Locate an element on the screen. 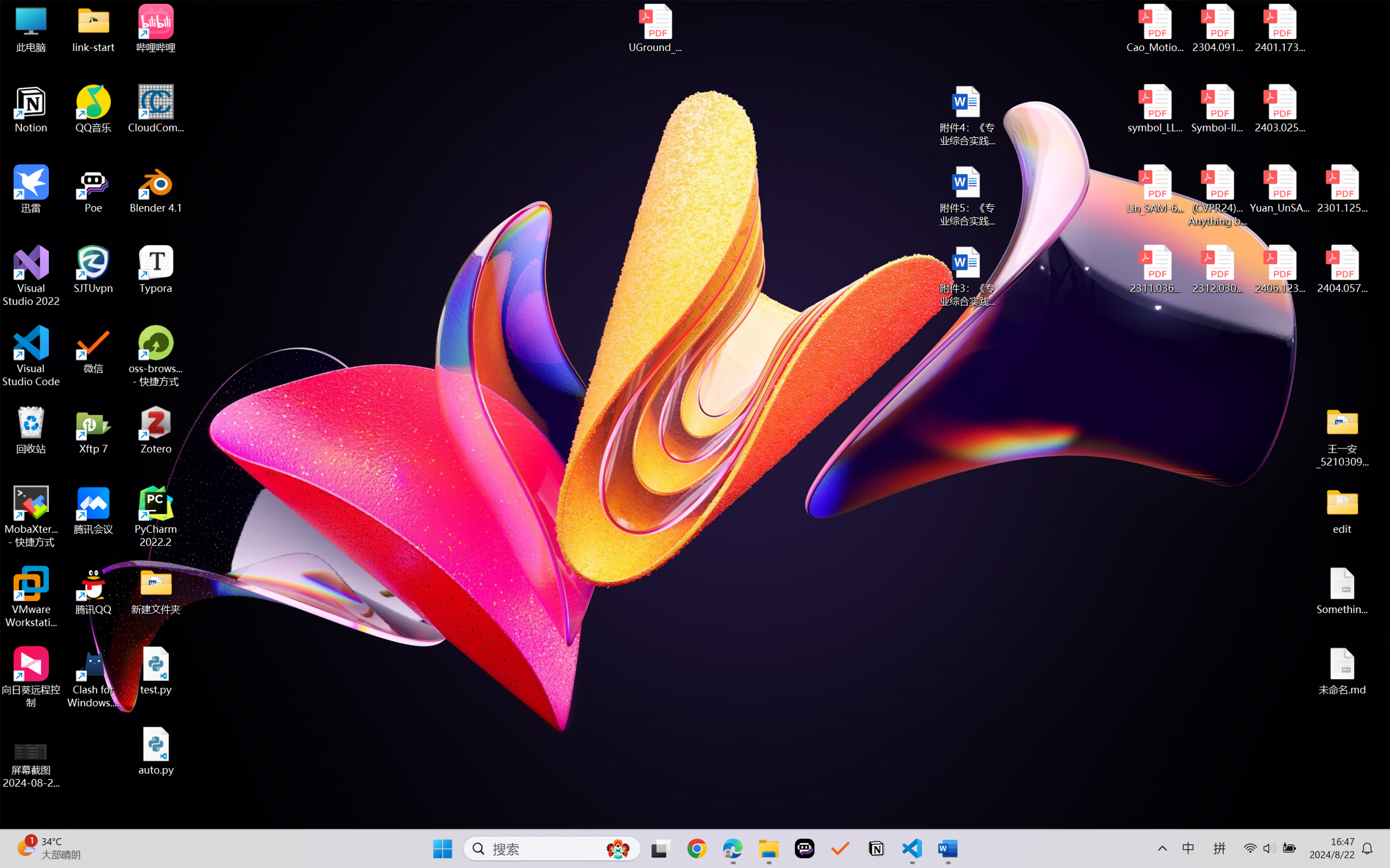 The image size is (1390, 868). 'Symbol-llm-v2.pdf' is located at coordinates (1217, 109).